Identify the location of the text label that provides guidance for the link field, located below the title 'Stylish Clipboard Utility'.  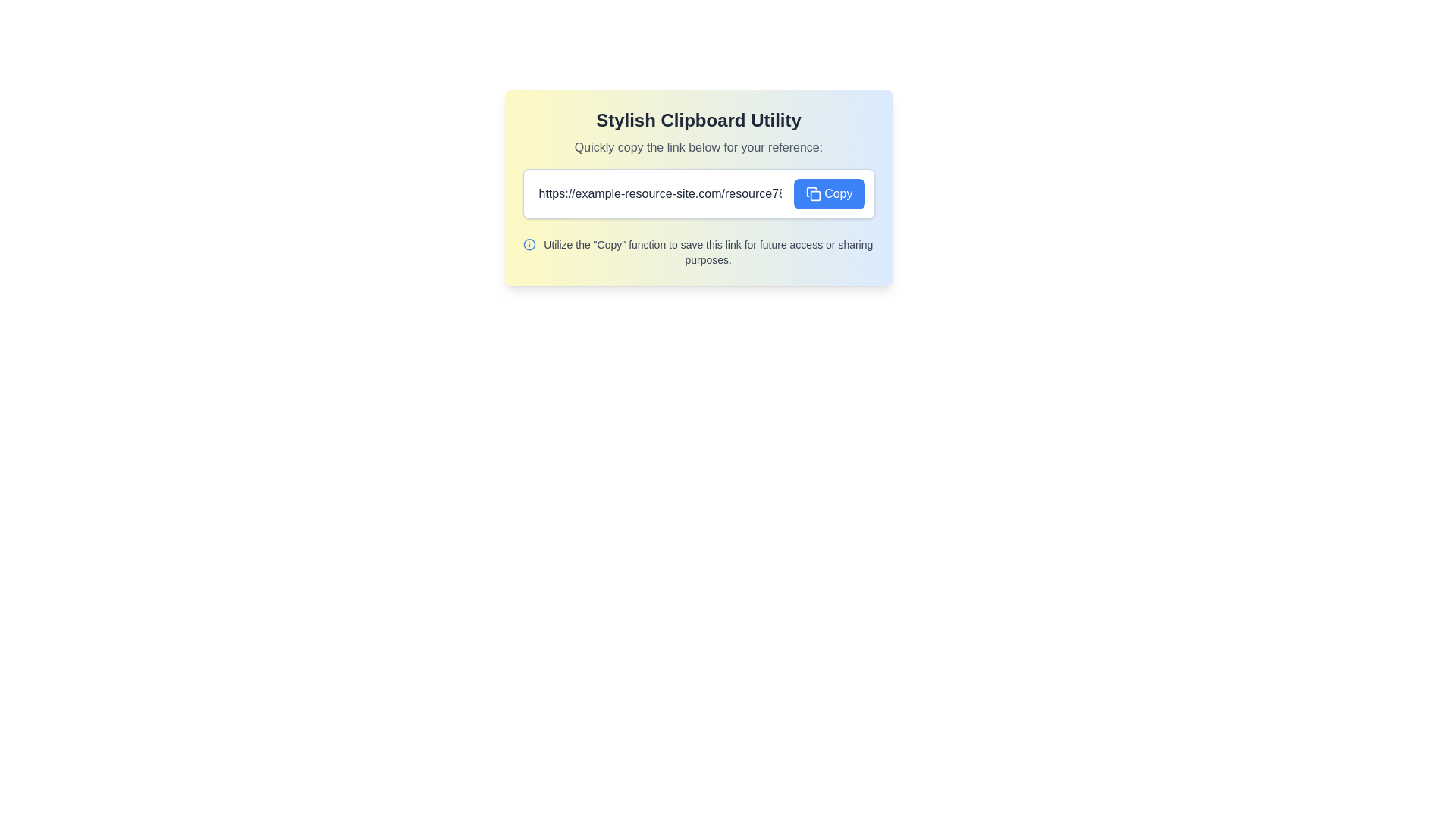
(698, 148).